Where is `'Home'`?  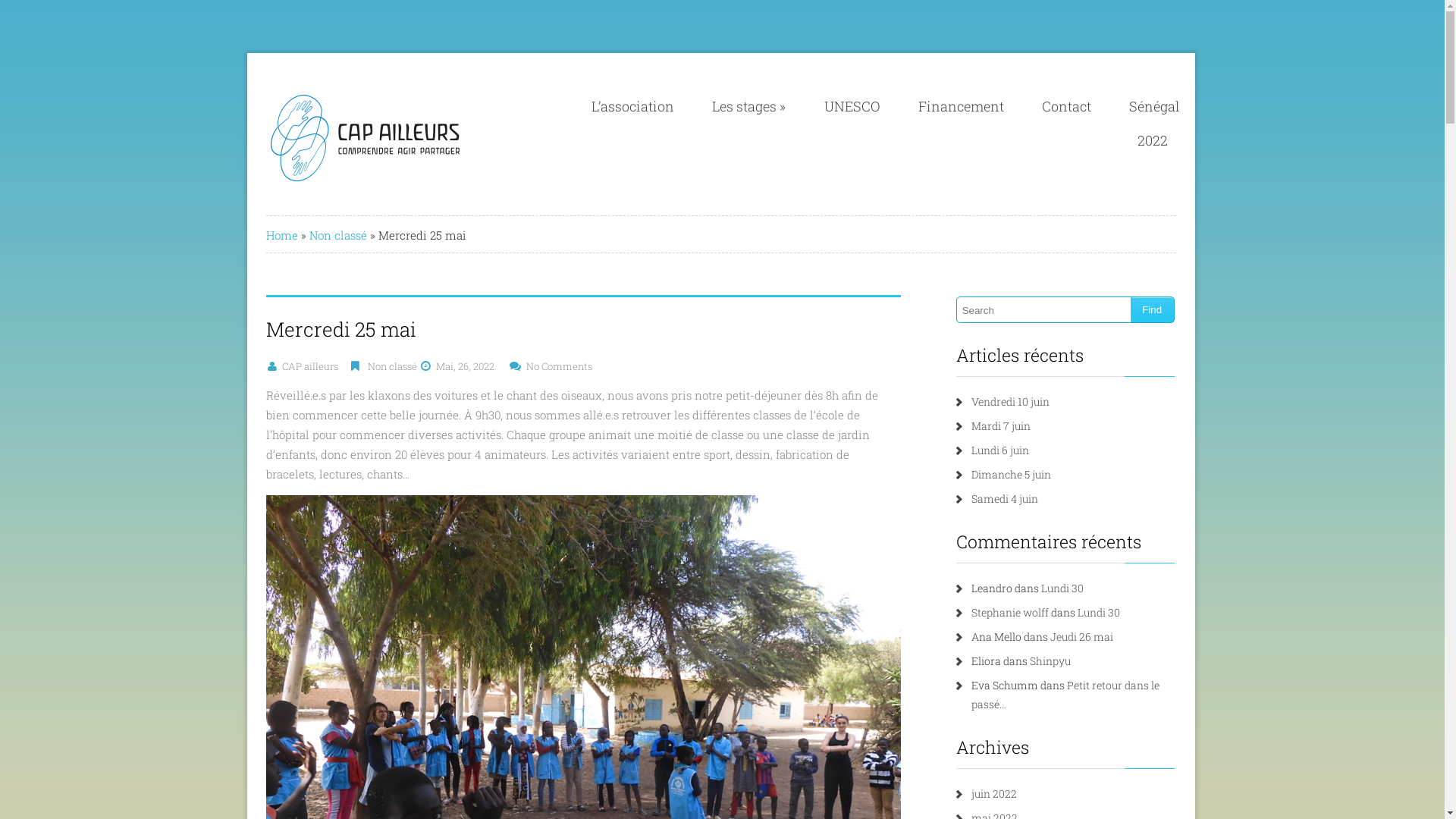
'Home' is located at coordinates (281, 234).